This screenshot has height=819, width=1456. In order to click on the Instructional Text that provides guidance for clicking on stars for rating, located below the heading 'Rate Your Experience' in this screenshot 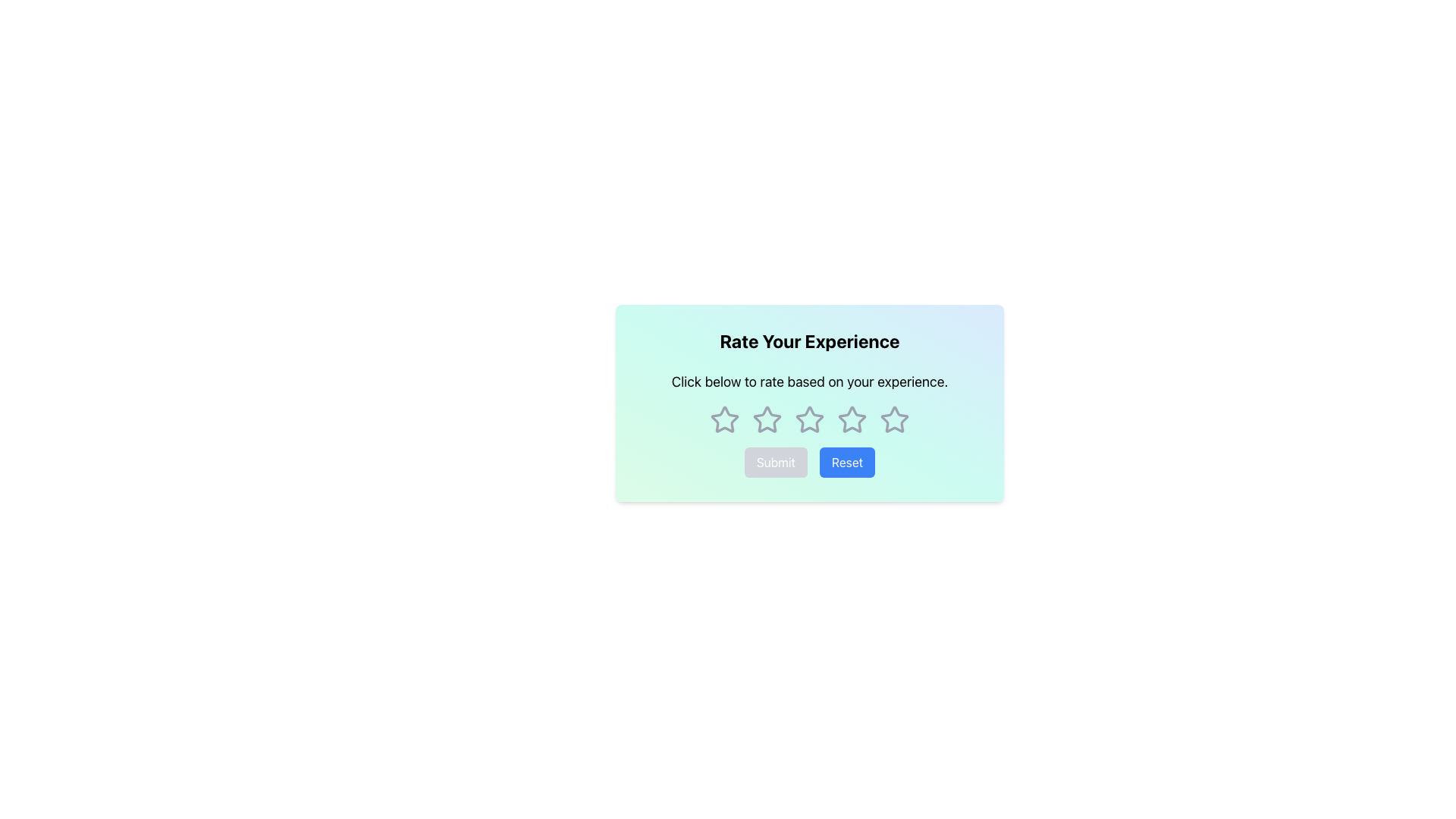, I will do `click(809, 381)`.